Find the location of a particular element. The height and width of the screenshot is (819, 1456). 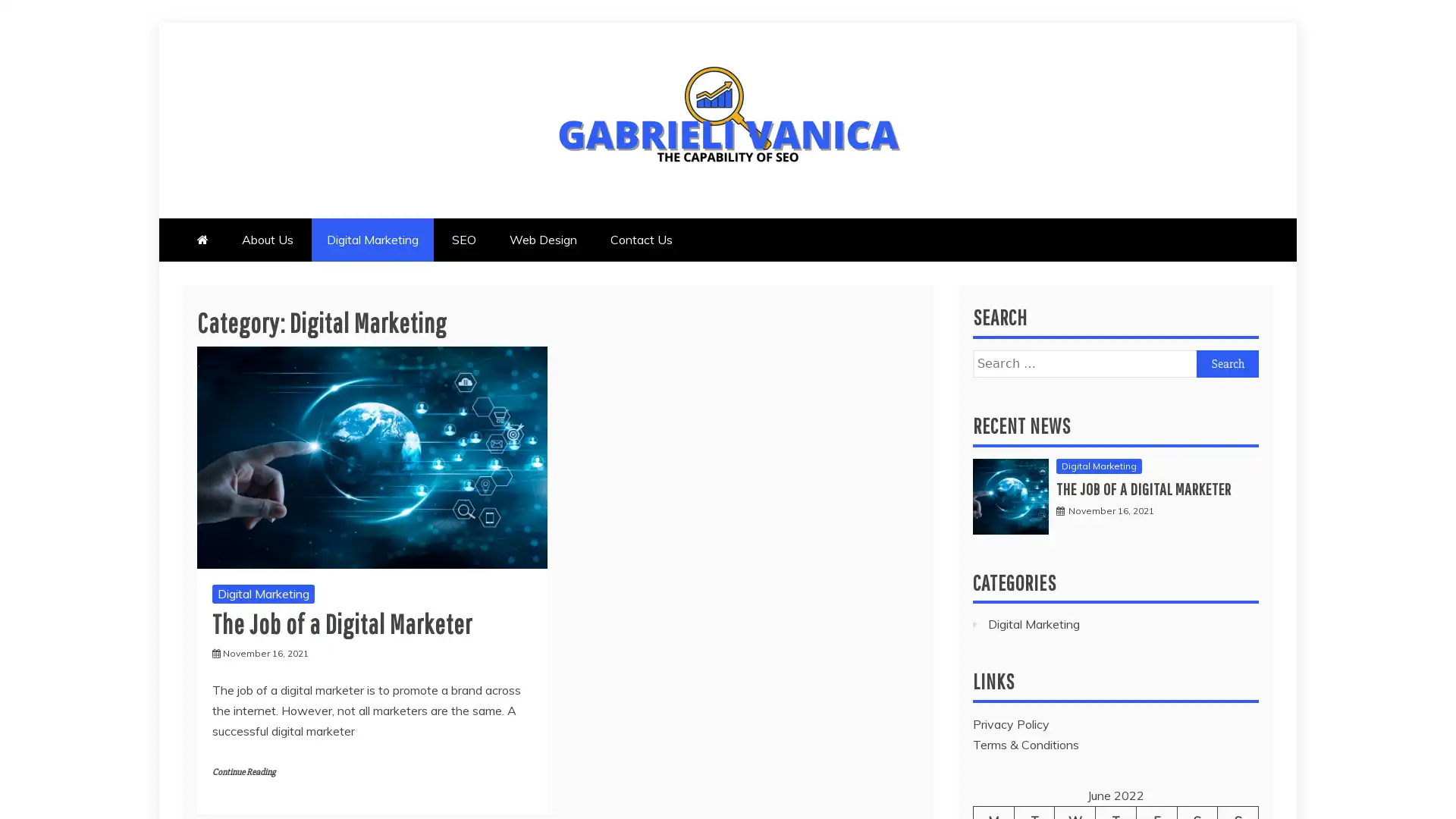

Search is located at coordinates (1227, 362).